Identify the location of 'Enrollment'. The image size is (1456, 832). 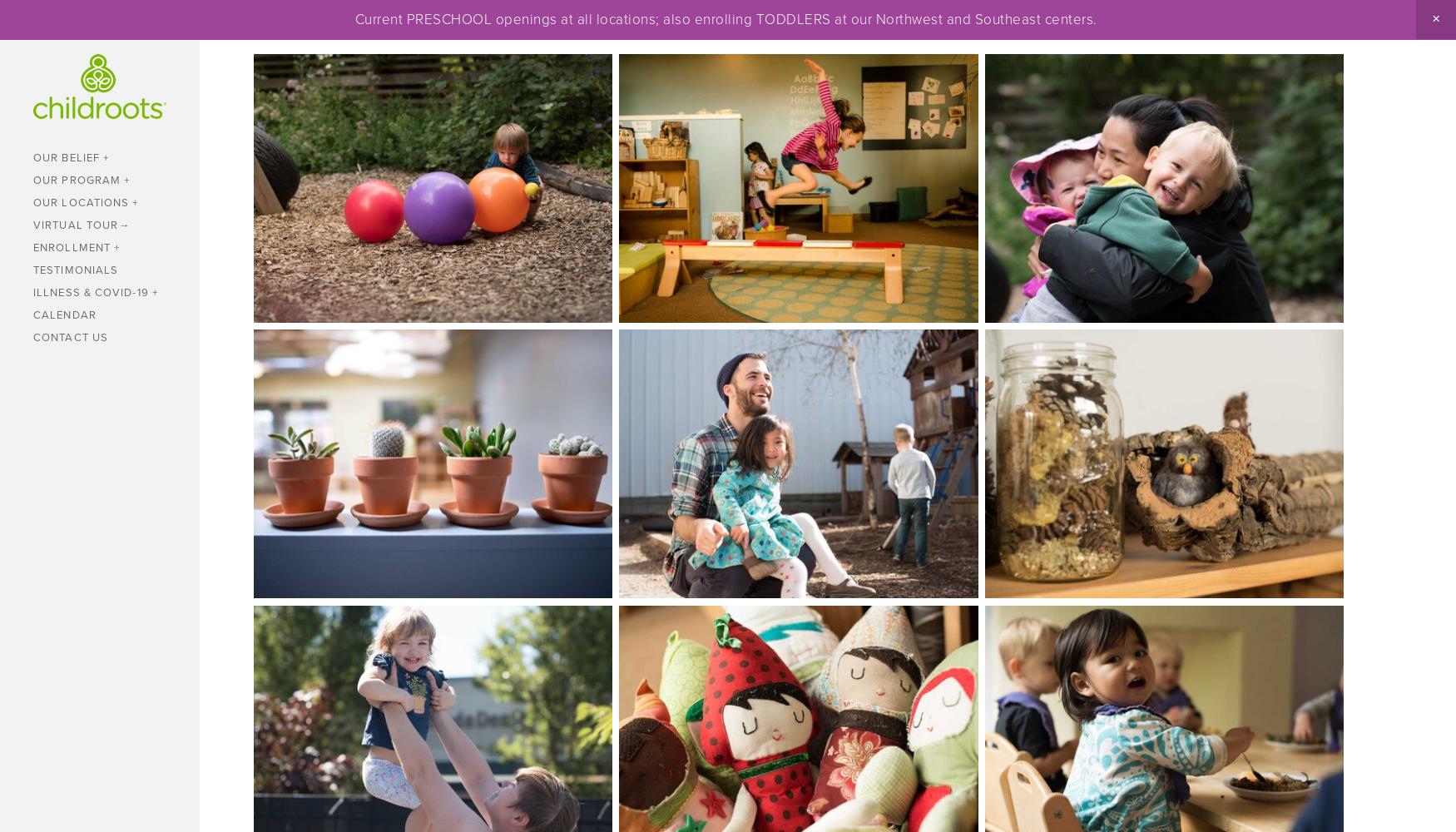
(72, 247).